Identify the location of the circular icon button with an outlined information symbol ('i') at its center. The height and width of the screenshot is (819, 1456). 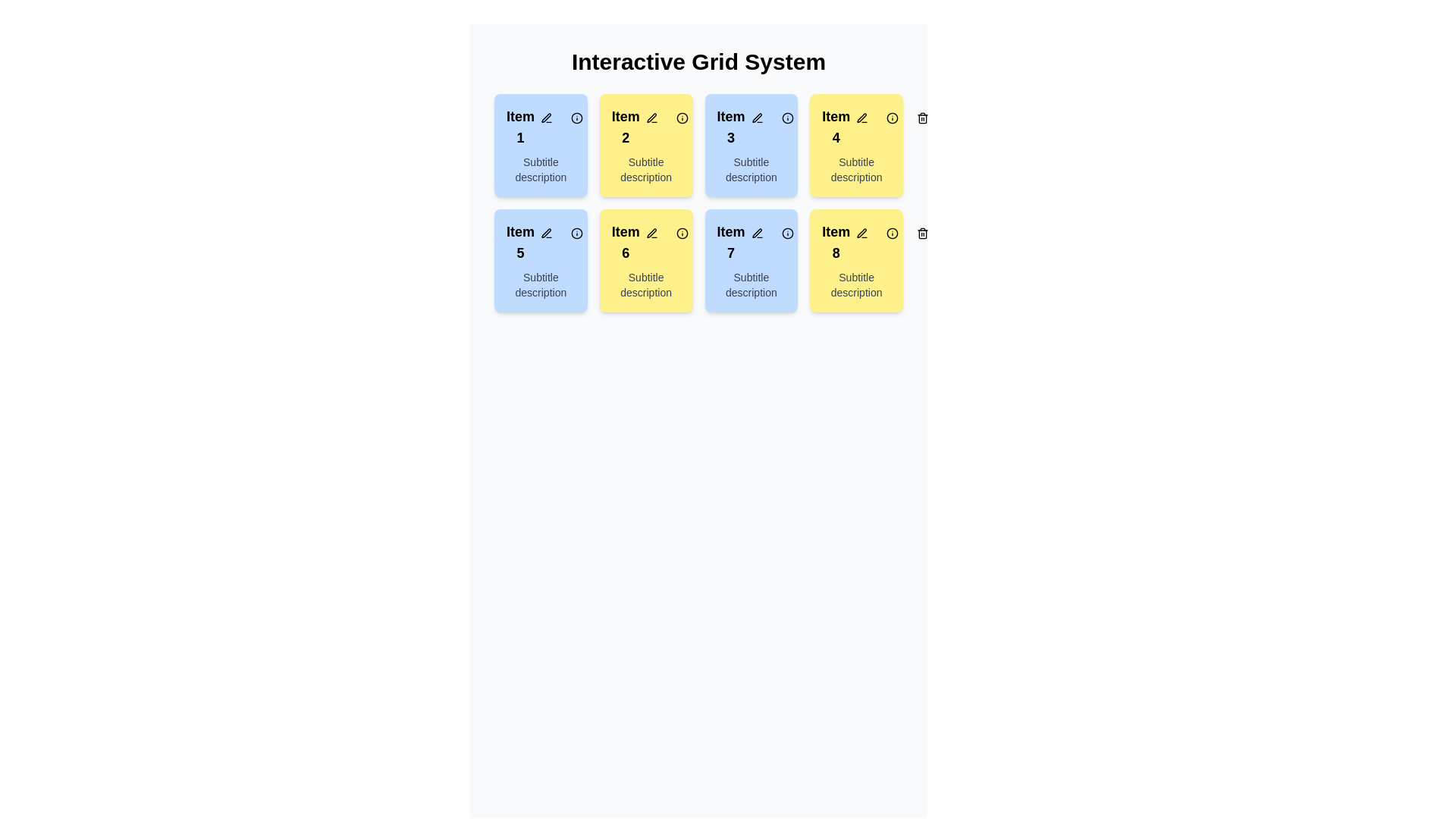
(681, 117).